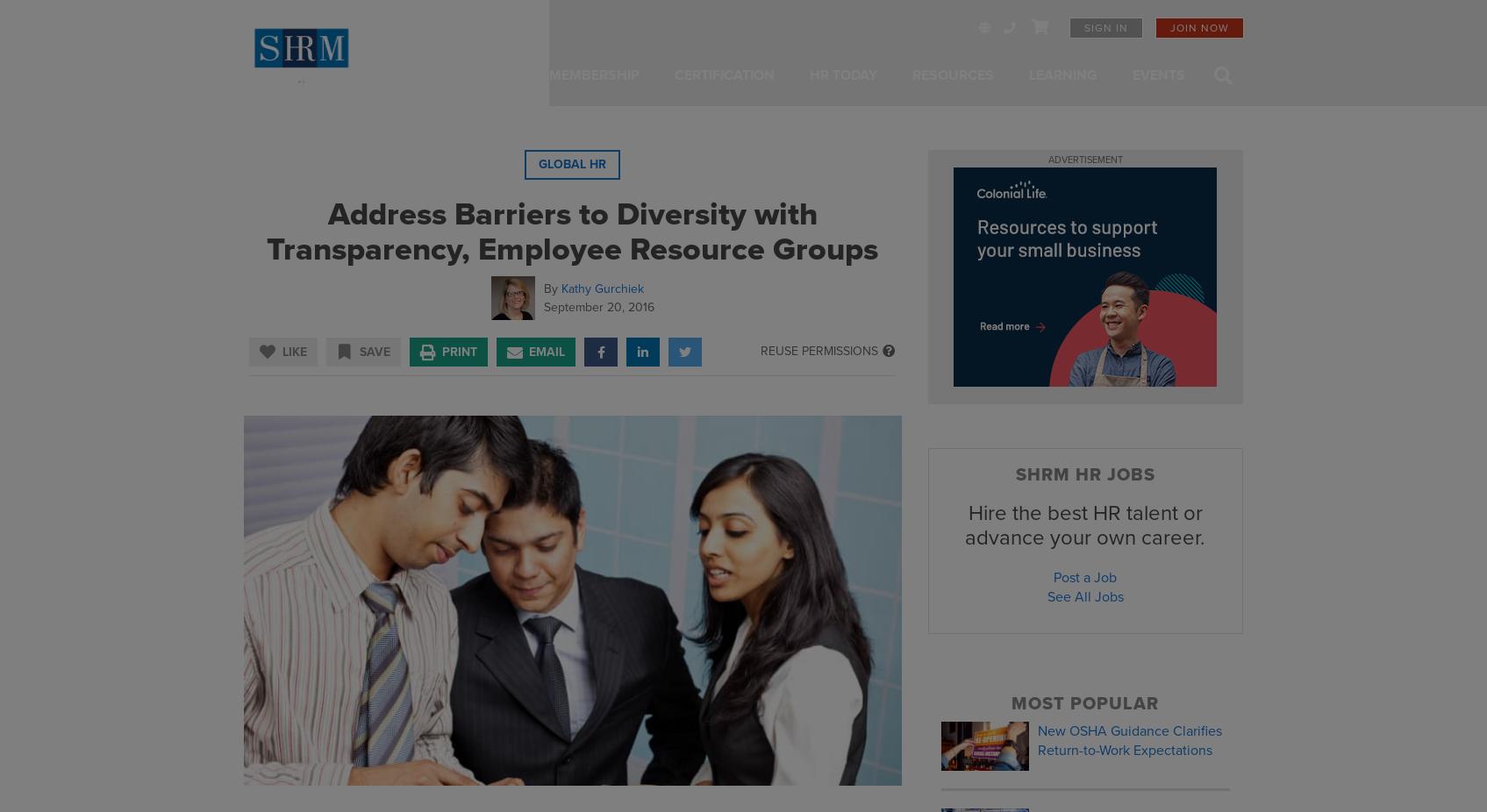 The height and width of the screenshot is (812, 1487). What do you see at coordinates (572, 231) in the screenshot?
I see `'Address Barriers to Diversity with Transparency, Employee Resource Groups'` at bounding box center [572, 231].